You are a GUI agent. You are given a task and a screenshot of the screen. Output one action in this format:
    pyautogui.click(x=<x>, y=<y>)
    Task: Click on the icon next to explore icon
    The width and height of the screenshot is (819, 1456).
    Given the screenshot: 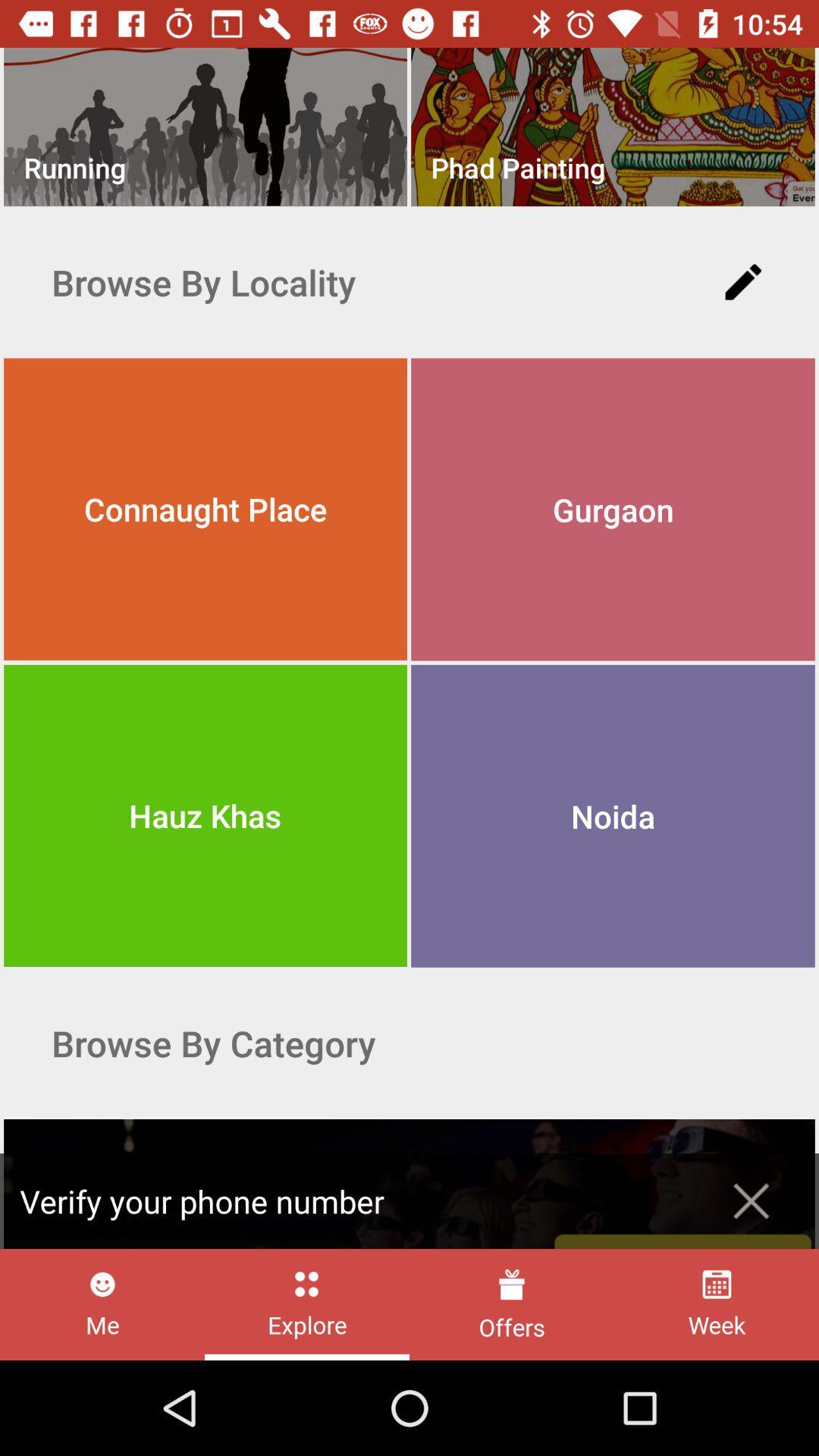 What is the action you would take?
    pyautogui.click(x=102, y=1304)
    